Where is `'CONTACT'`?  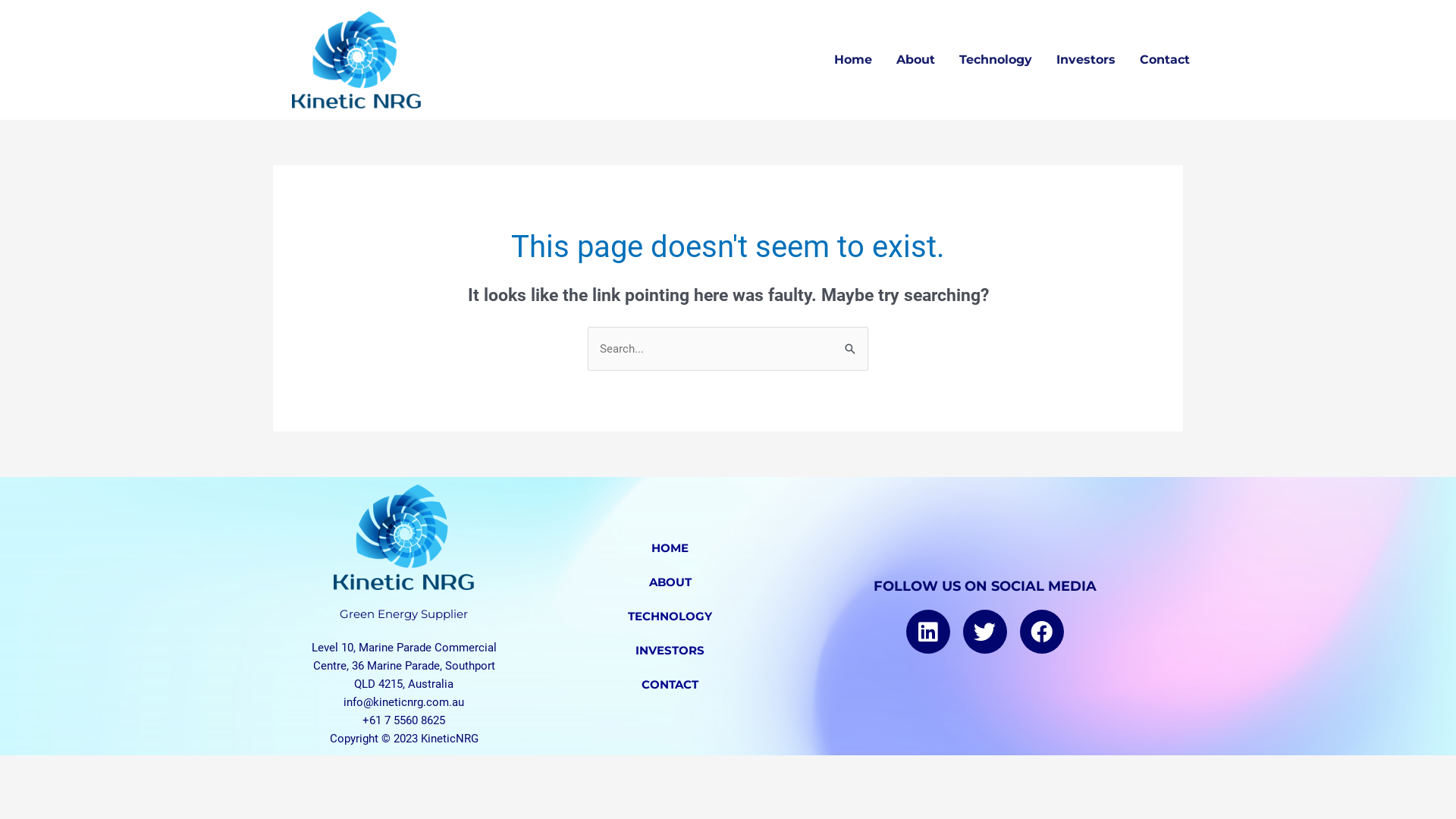 'CONTACT' is located at coordinates (669, 684).